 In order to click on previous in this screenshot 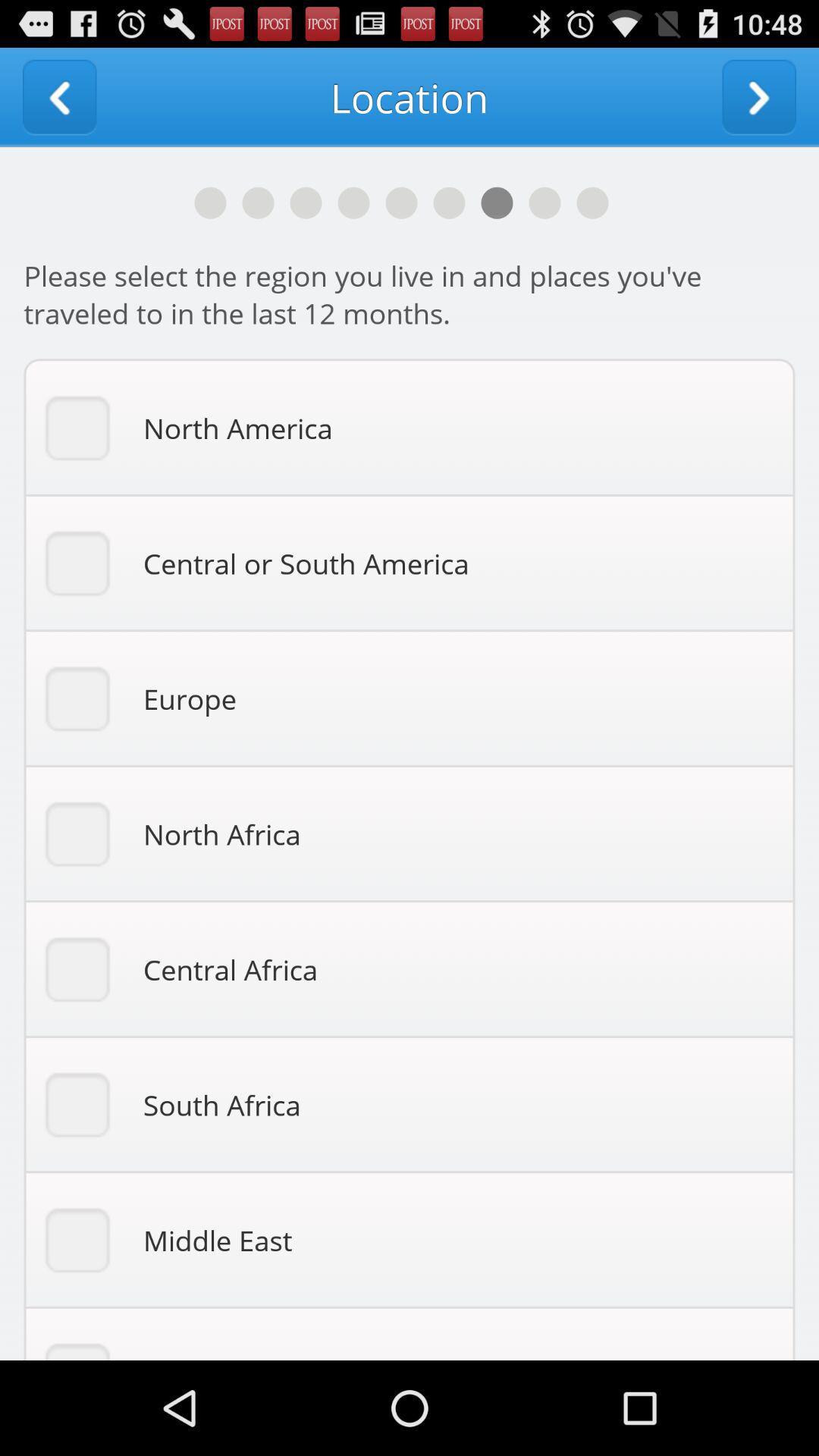, I will do `click(58, 96)`.